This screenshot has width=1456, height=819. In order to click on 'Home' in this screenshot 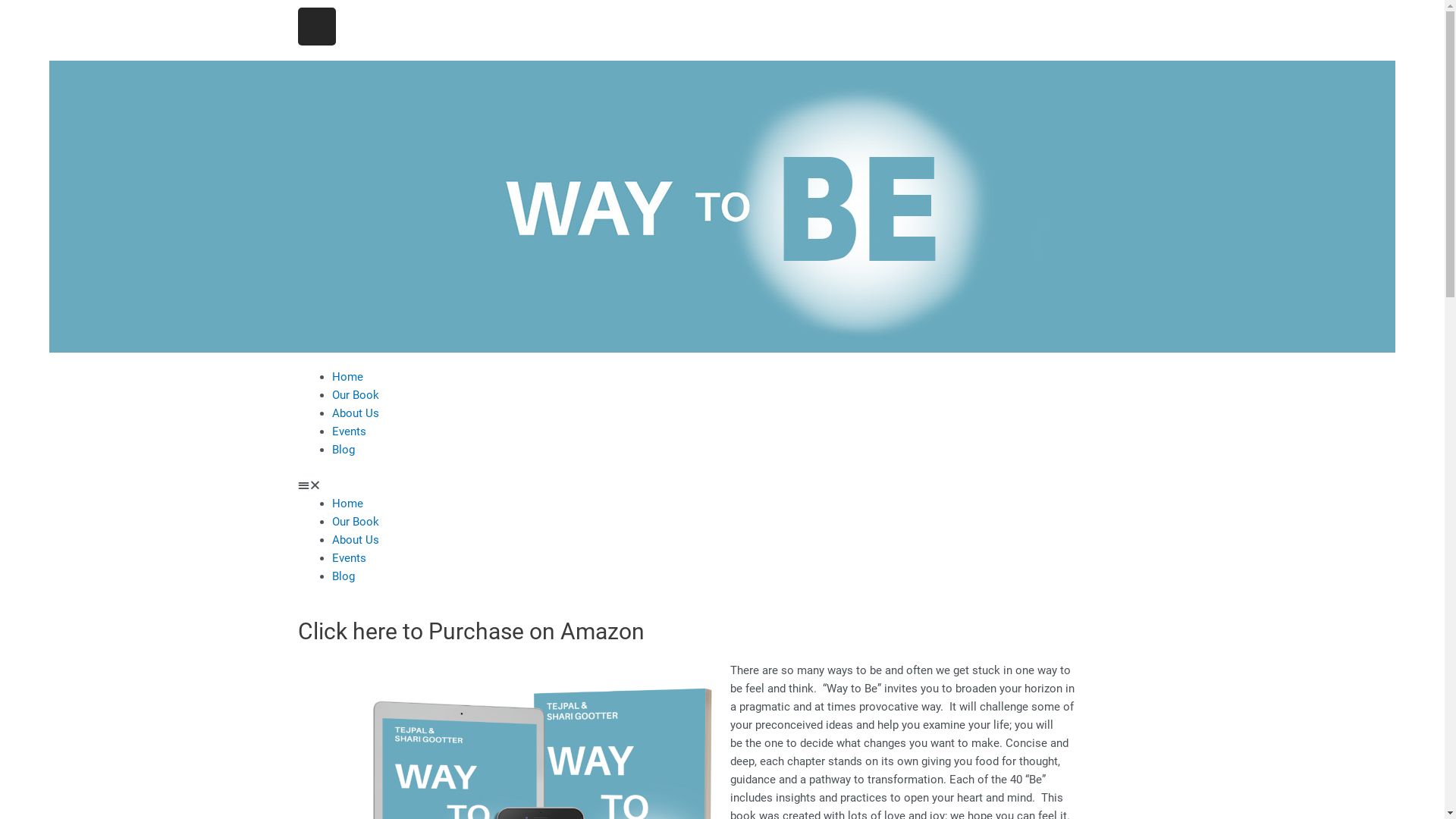, I will do `click(347, 503)`.